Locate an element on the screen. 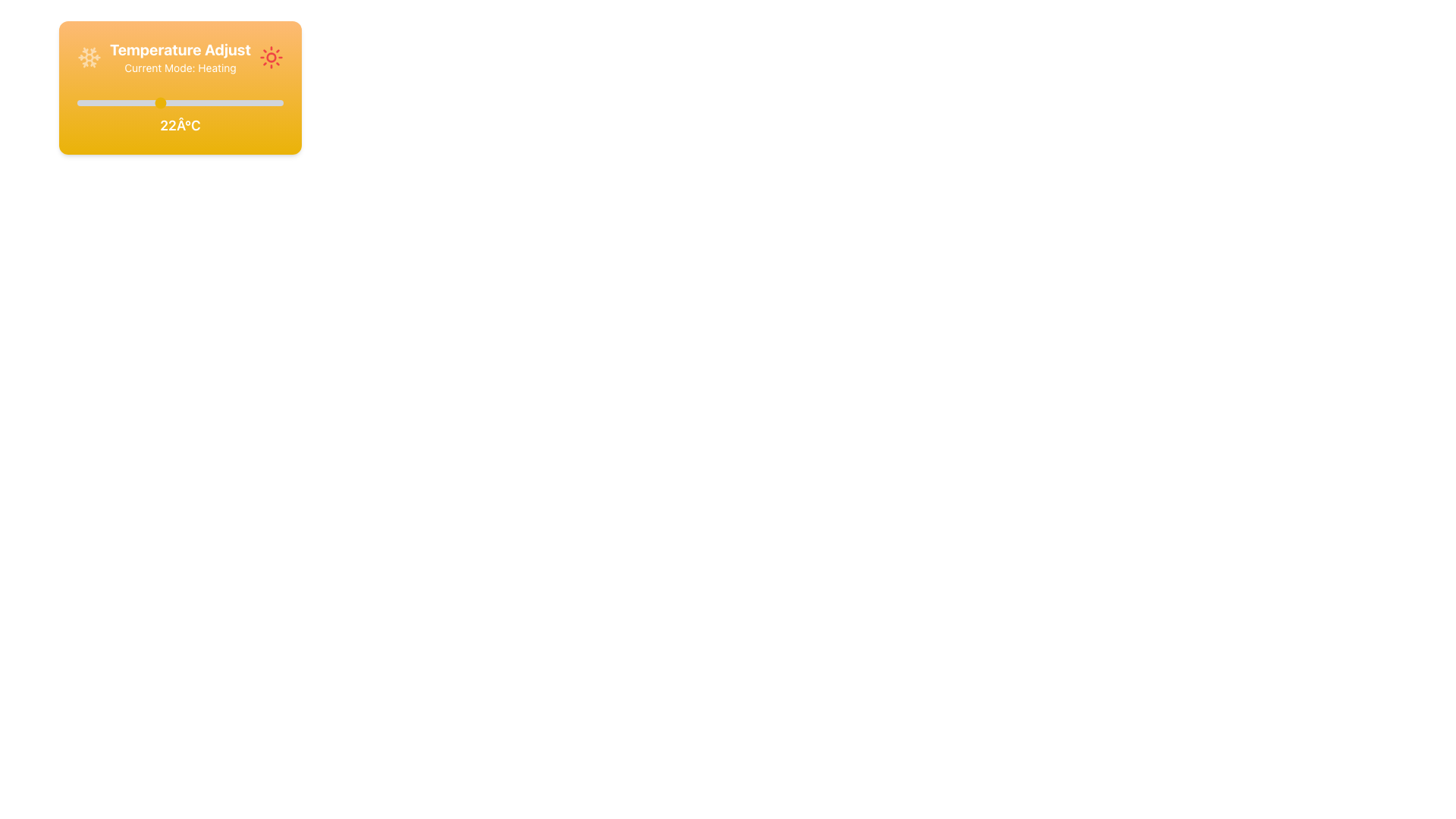 The width and height of the screenshot is (1456, 819). the Interactive temperature control interface, which has a gradient background from orange to yellow and displays 'Temperature Adjust' and 'Current Mode: Heating' is located at coordinates (180, 87).